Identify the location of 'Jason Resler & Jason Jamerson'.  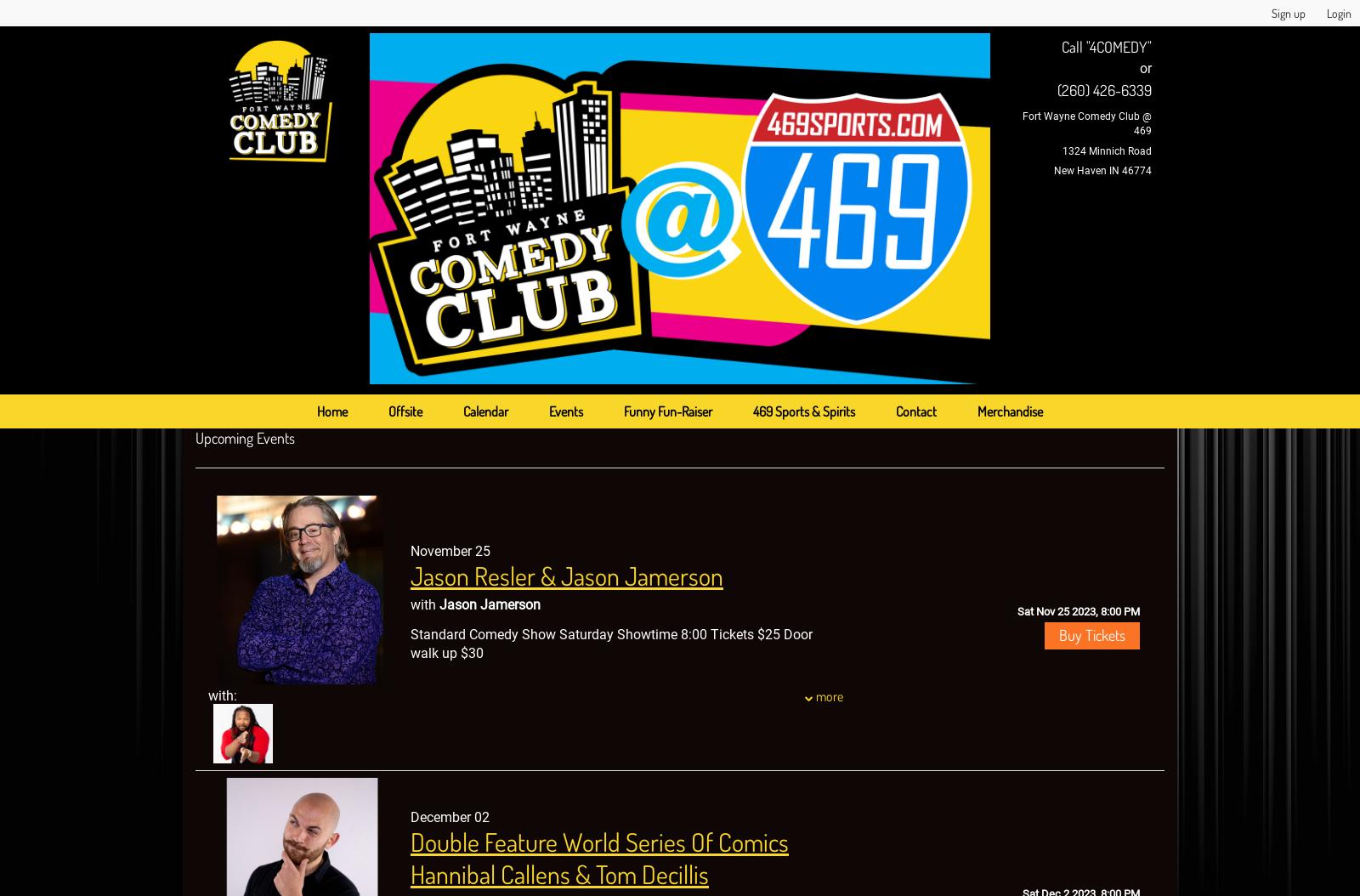
(567, 575).